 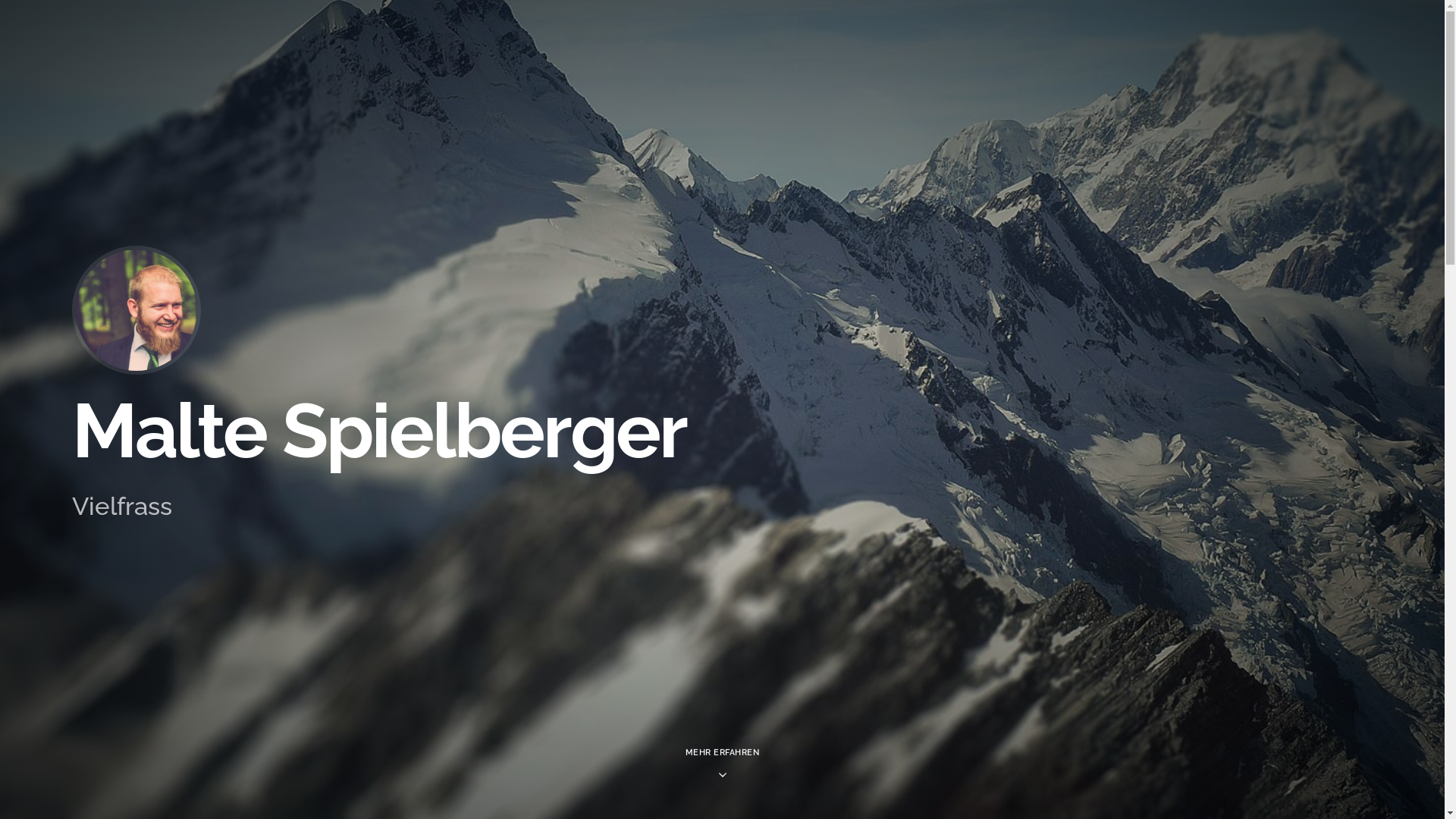 I want to click on 'MEHR ERFAHREN', so click(x=684, y=748).